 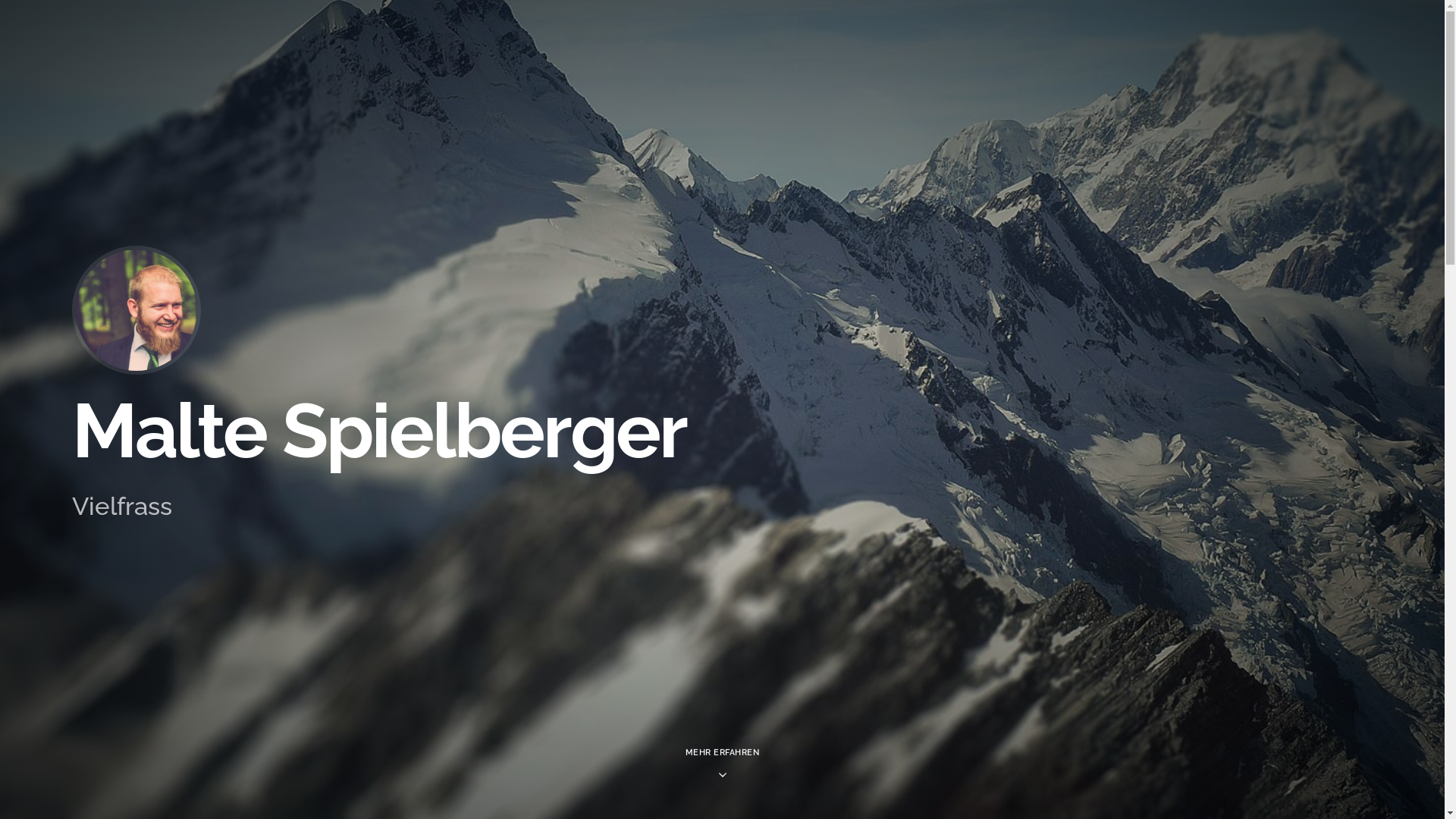 I want to click on 'MEHR ERFAHREN', so click(x=684, y=748).